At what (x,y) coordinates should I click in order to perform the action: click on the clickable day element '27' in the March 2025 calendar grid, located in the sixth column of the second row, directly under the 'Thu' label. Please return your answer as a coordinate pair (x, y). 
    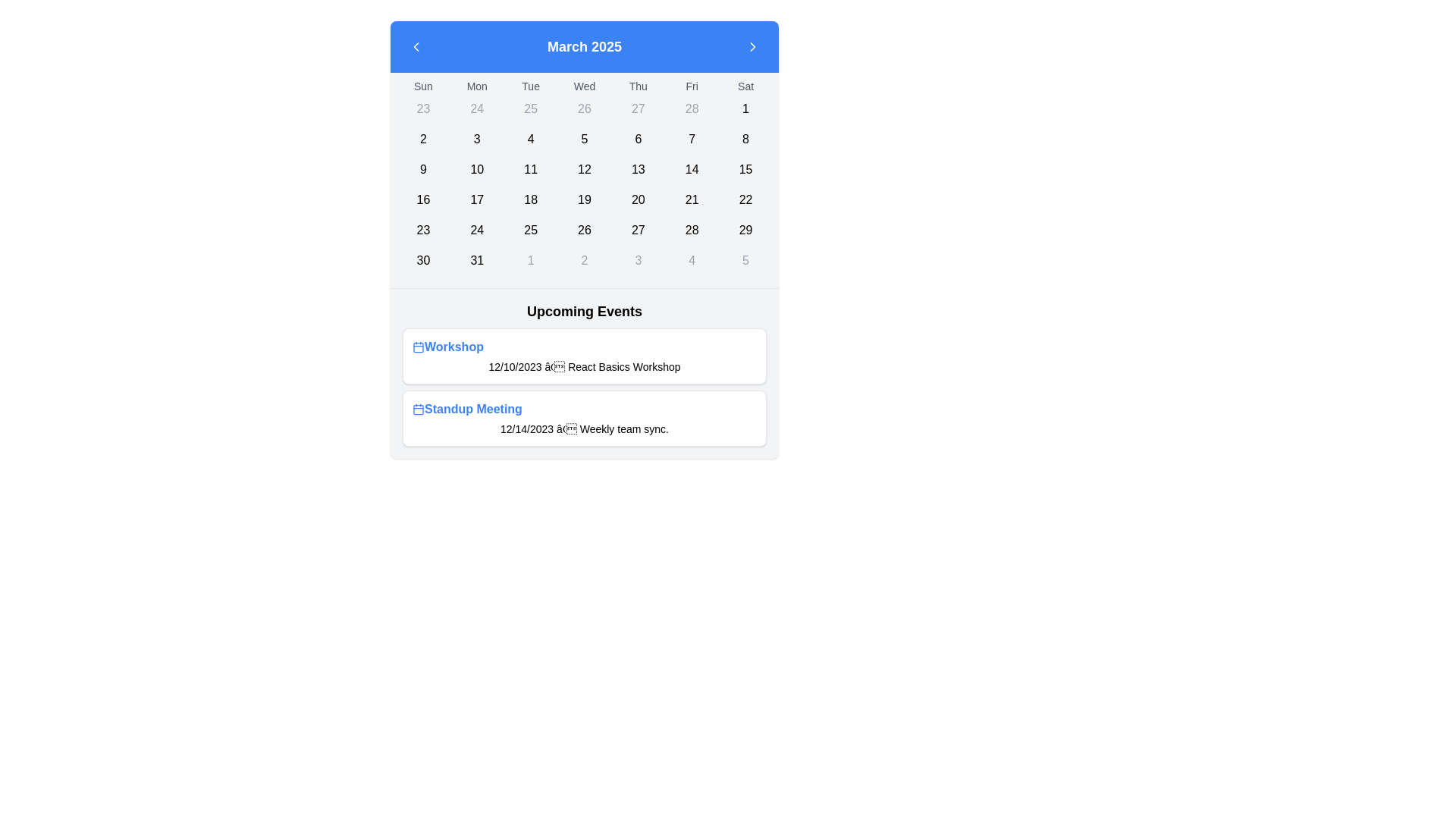
    Looking at the image, I should click on (638, 108).